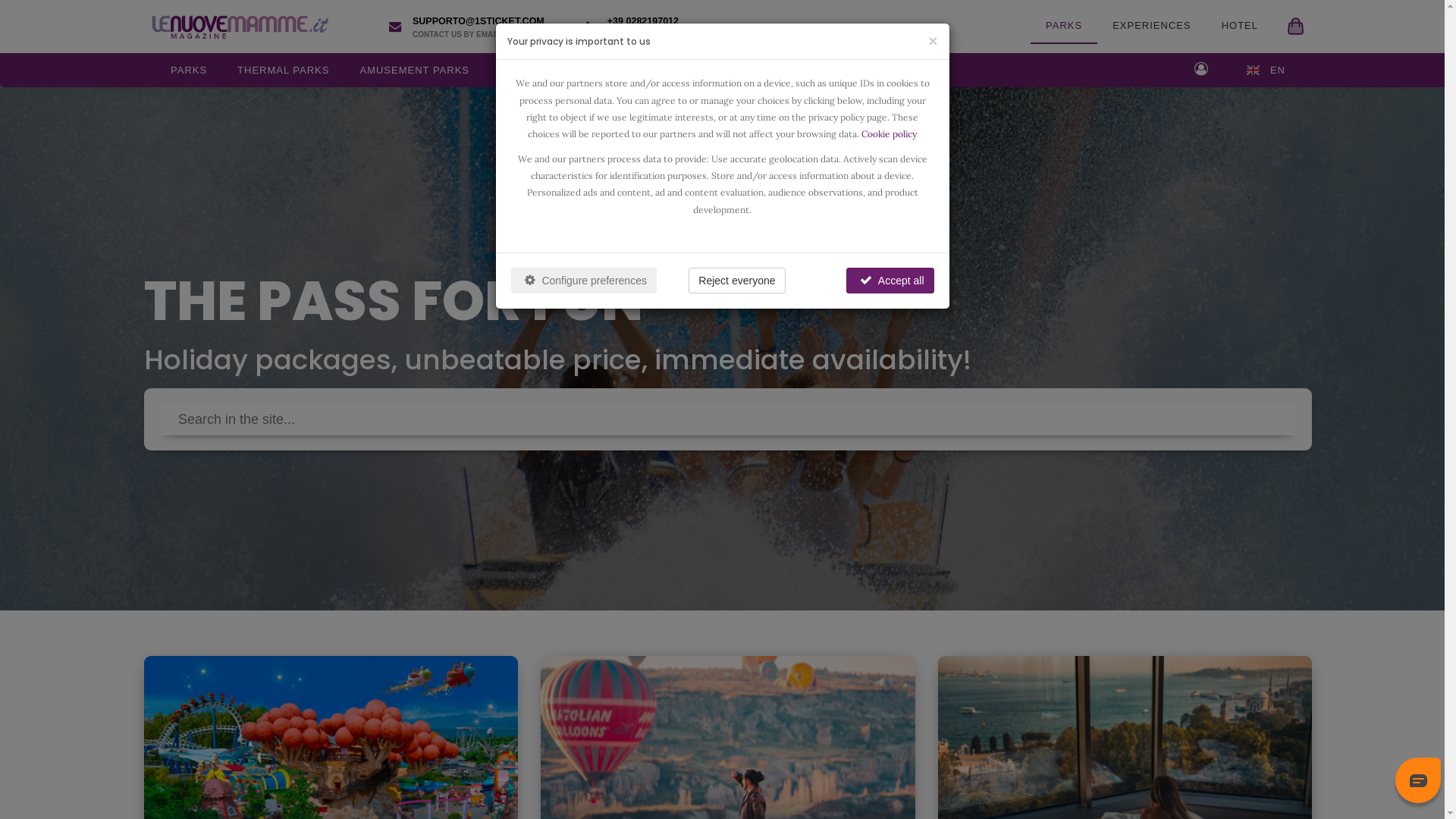 The image size is (1456, 819). What do you see at coordinates (188, 70) in the screenshot?
I see `'PARKS'` at bounding box center [188, 70].